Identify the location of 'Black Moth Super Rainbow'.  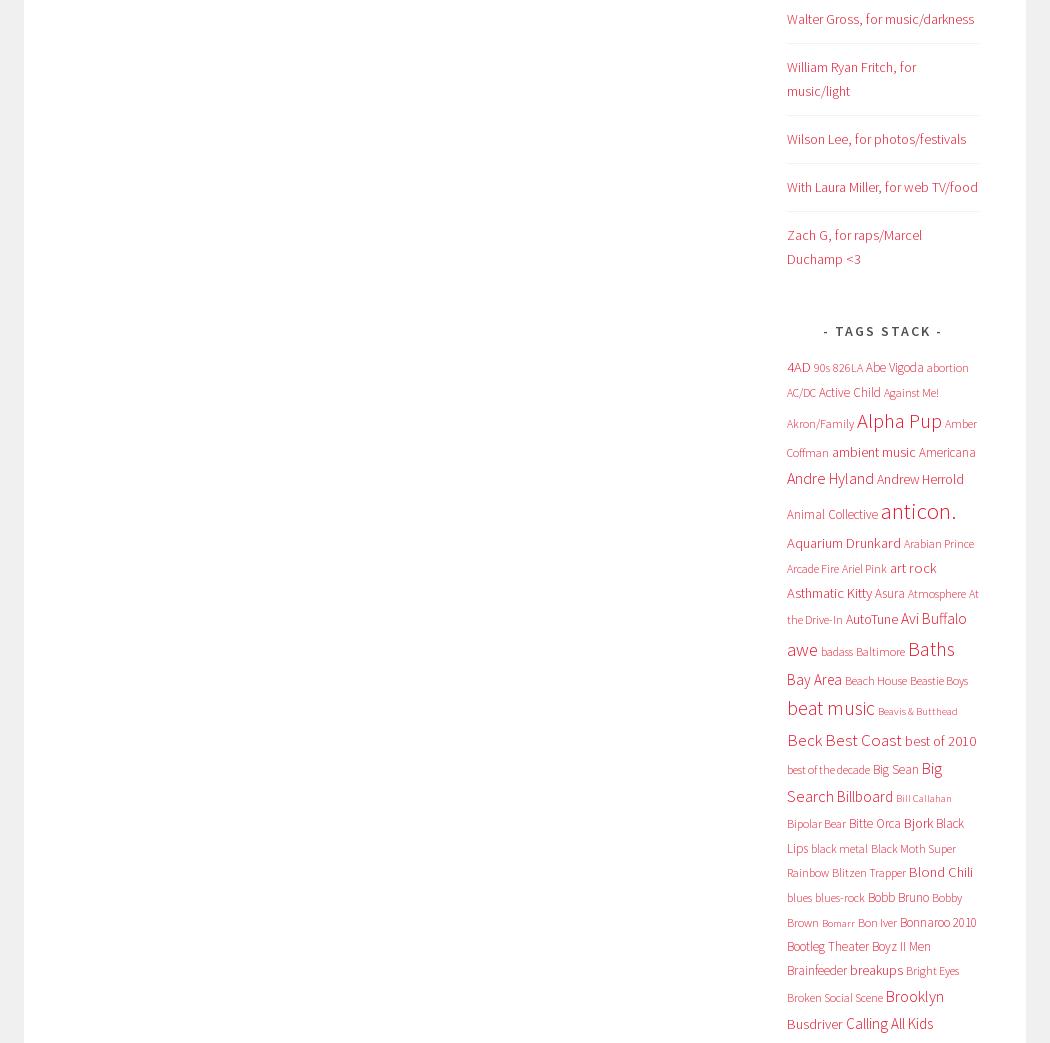
(869, 860).